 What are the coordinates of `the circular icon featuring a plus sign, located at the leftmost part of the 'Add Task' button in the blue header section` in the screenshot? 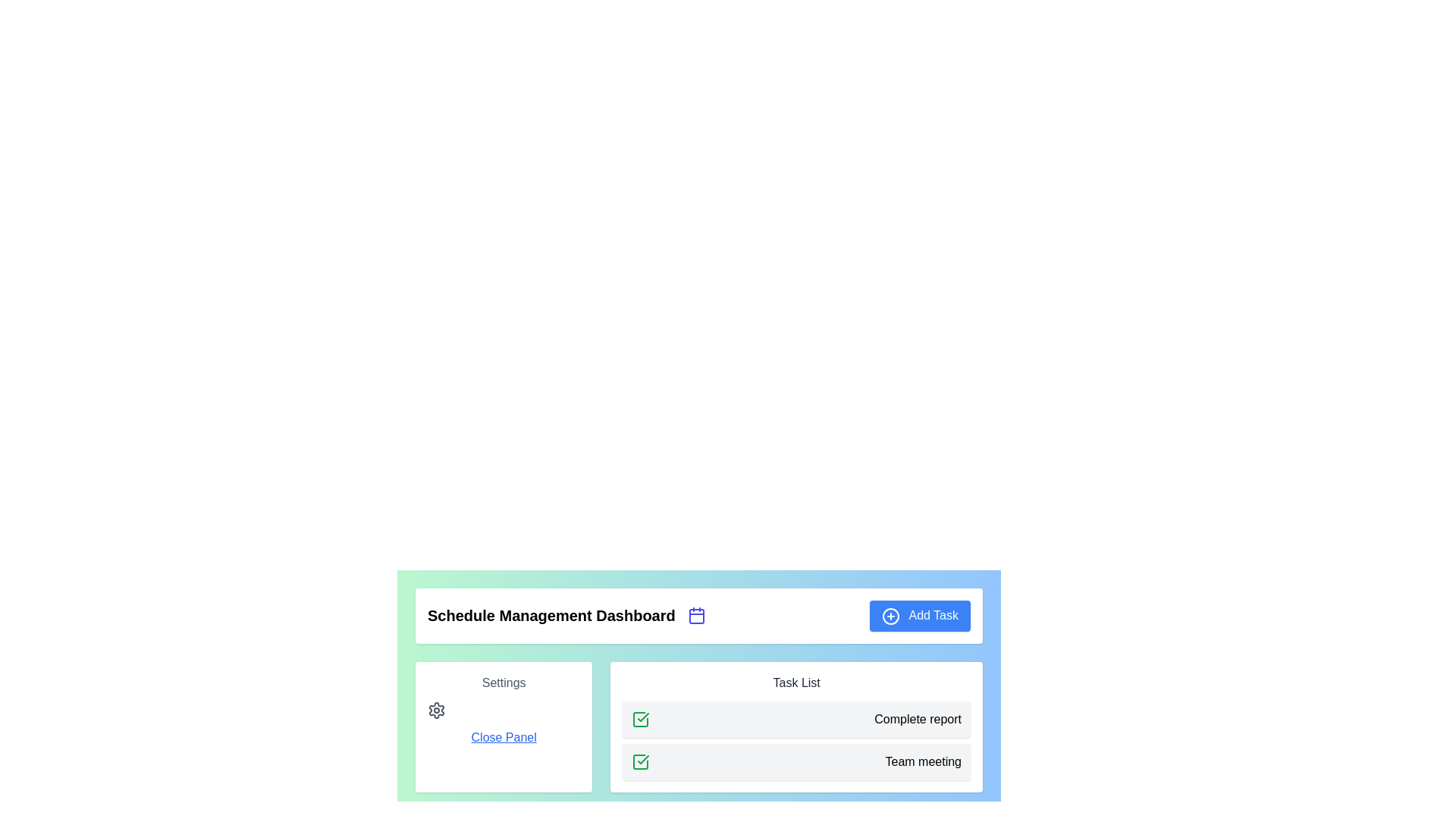 It's located at (890, 616).